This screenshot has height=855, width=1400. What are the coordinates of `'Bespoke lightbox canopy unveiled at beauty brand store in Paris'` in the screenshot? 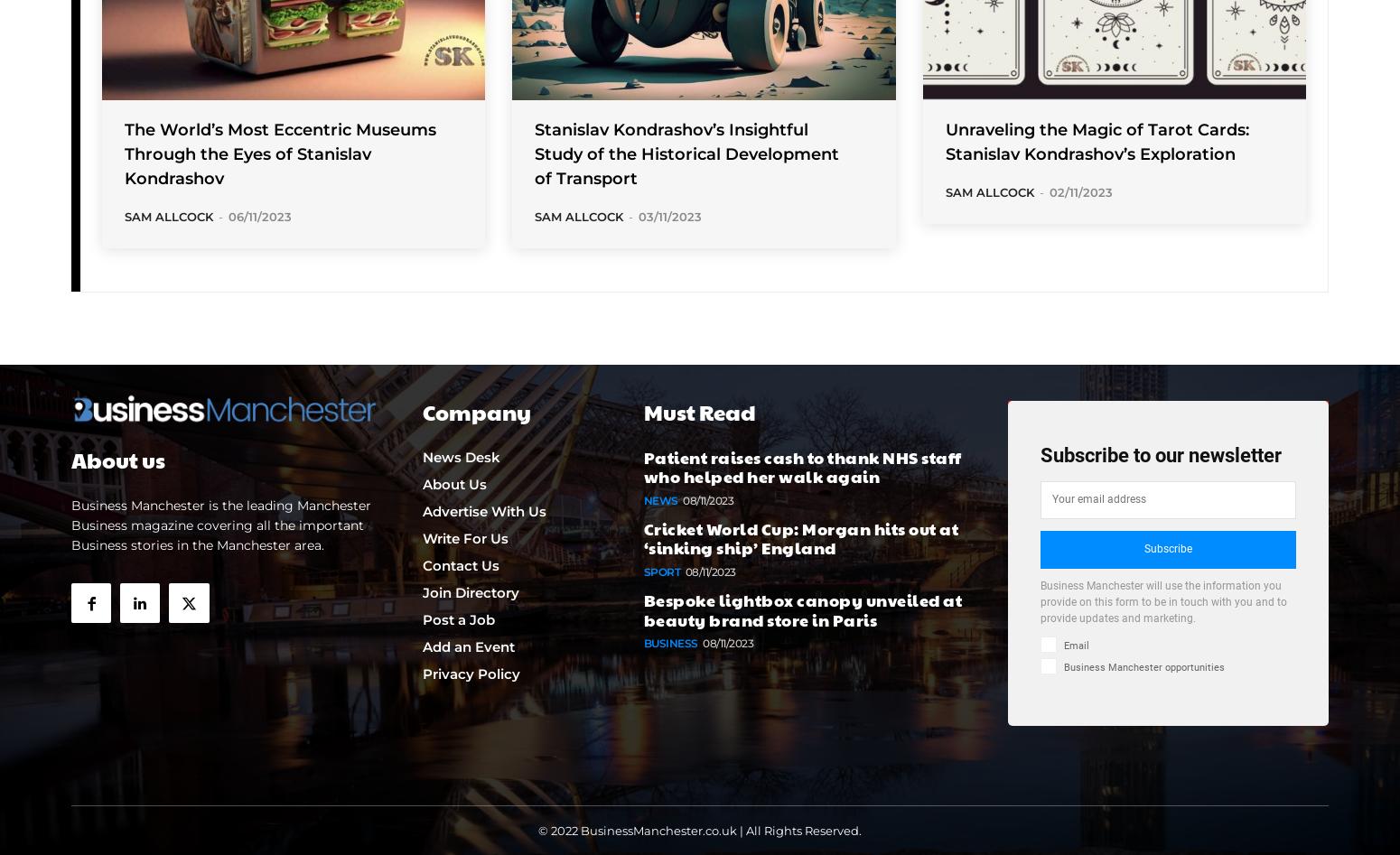 It's located at (802, 608).